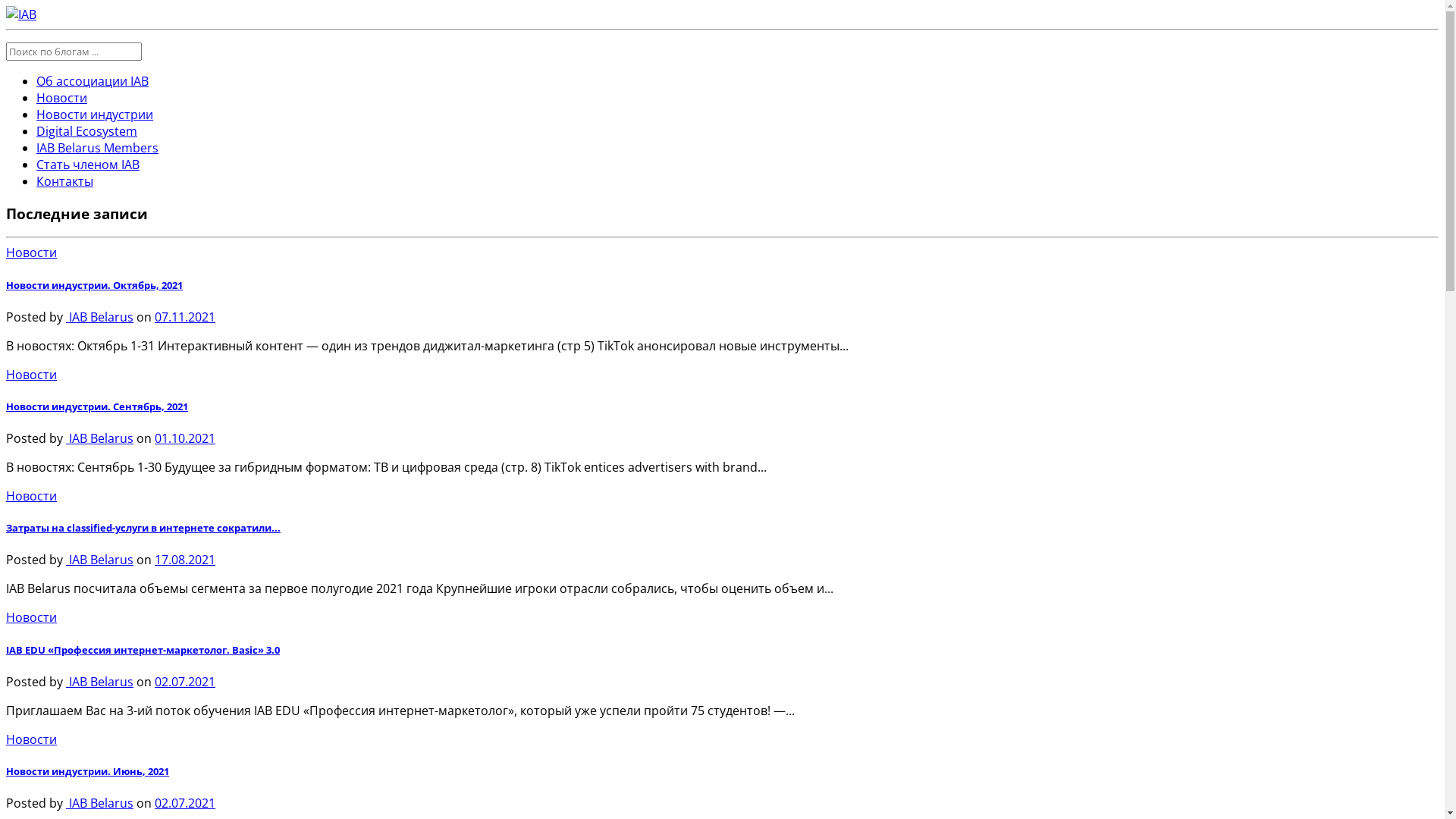 This screenshot has width=1456, height=819. Describe the element at coordinates (154, 559) in the screenshot. I see `'17.08.2021'` at that location.